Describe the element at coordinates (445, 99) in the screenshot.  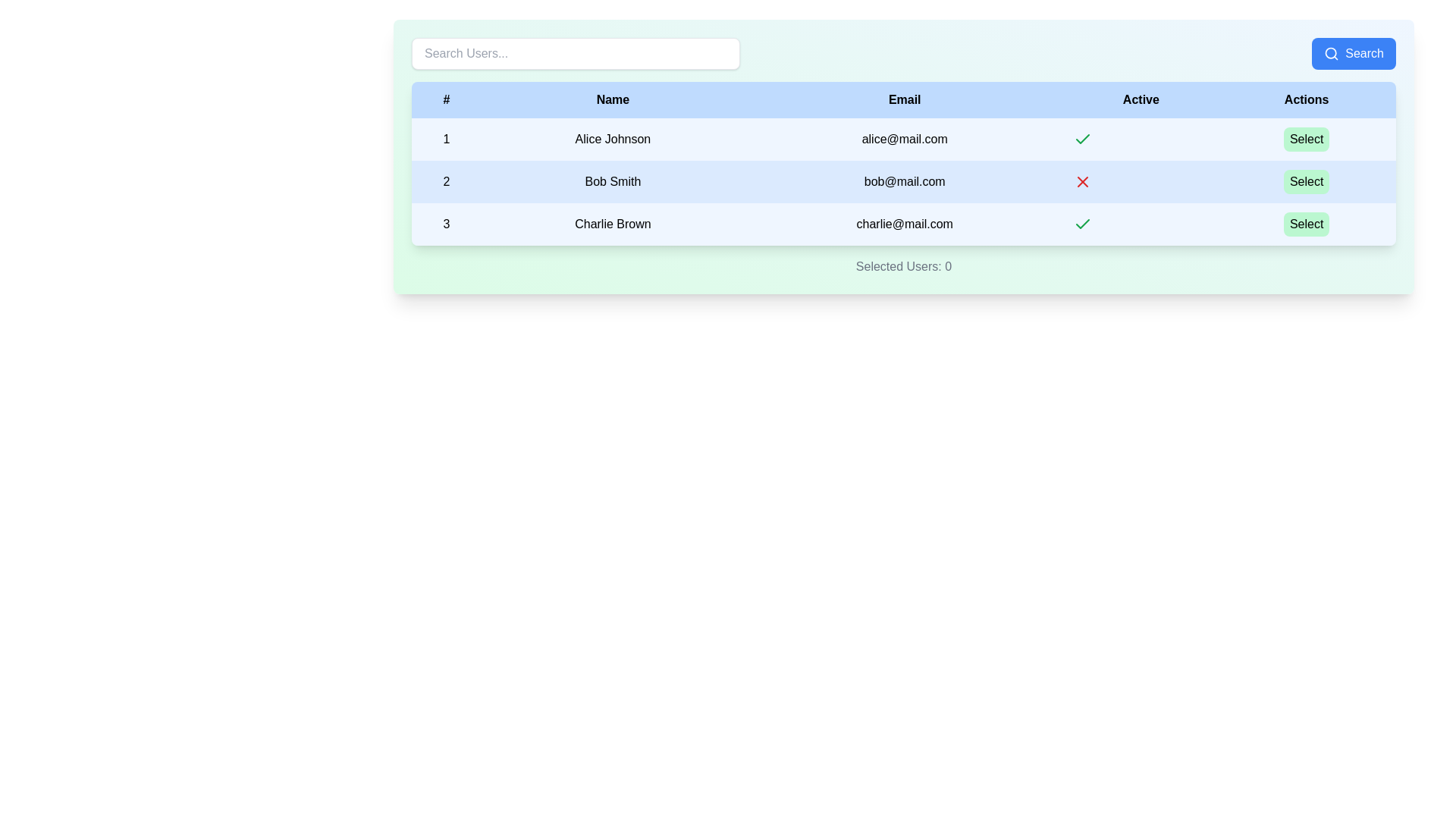
I see `the header label located at the farthest left position in the table, preceding the 'Name' header` at that location.